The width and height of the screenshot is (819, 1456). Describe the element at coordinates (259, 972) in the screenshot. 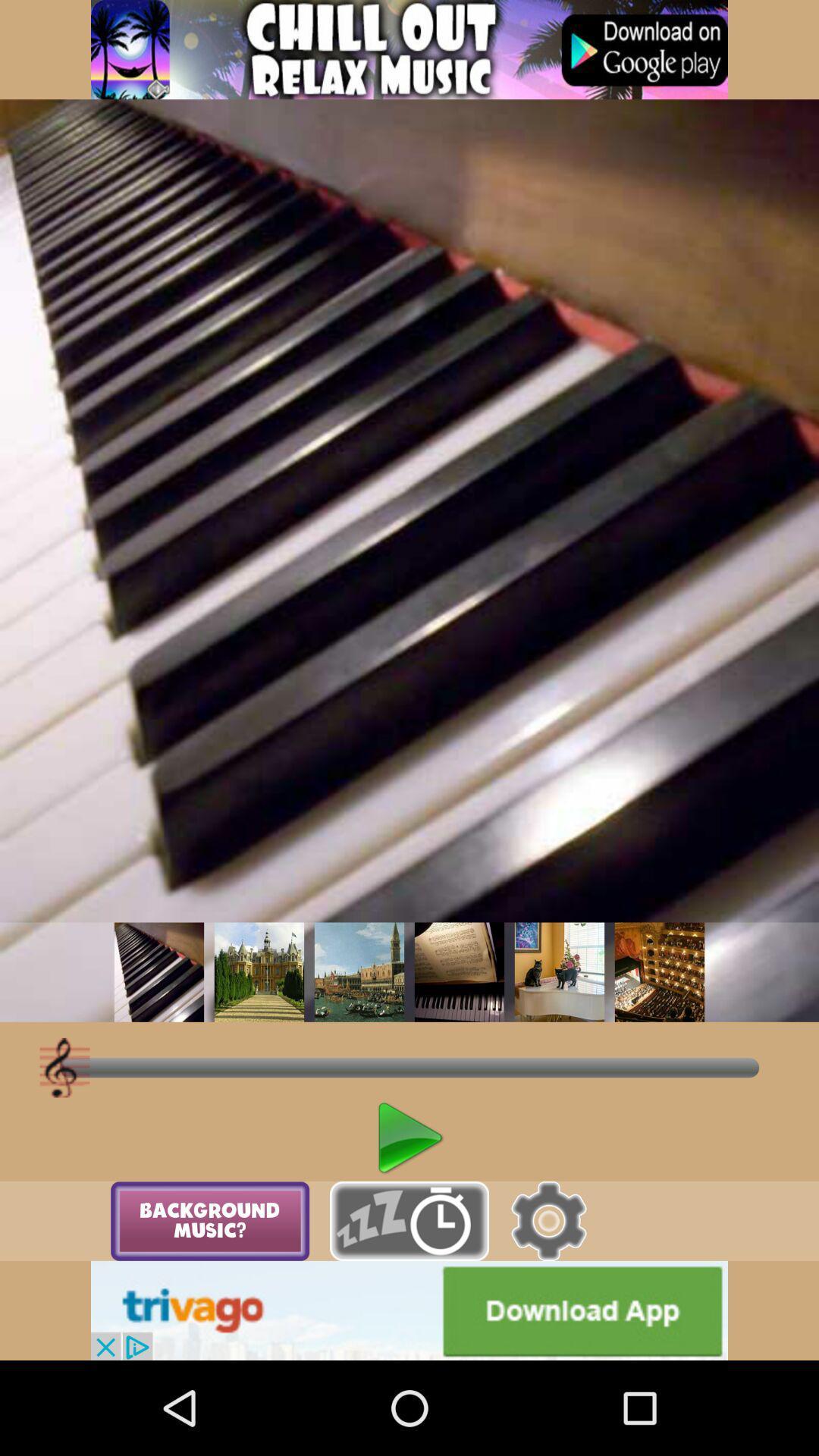

I see `to select the picture` at that location.